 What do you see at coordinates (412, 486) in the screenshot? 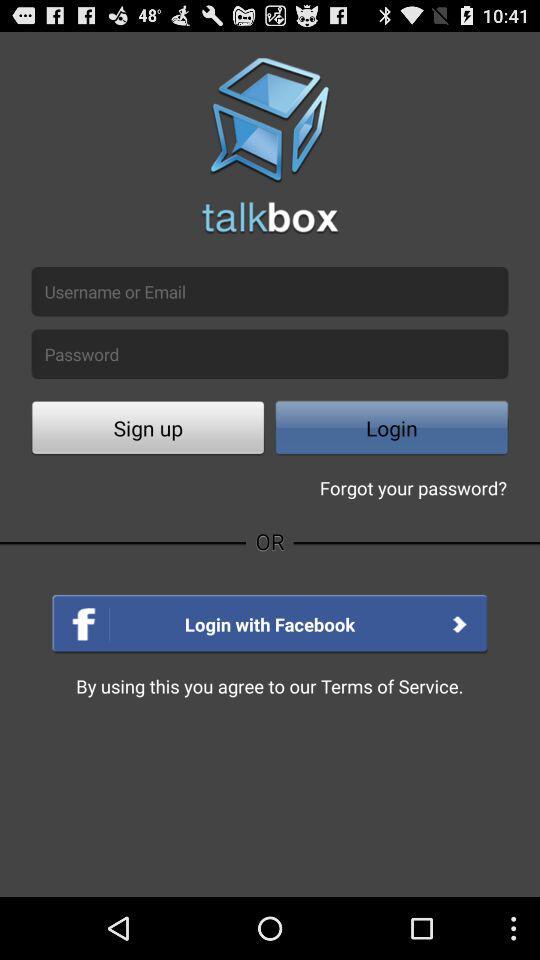
I see `the forgot your password? icon` at bounding box center [412, 486].